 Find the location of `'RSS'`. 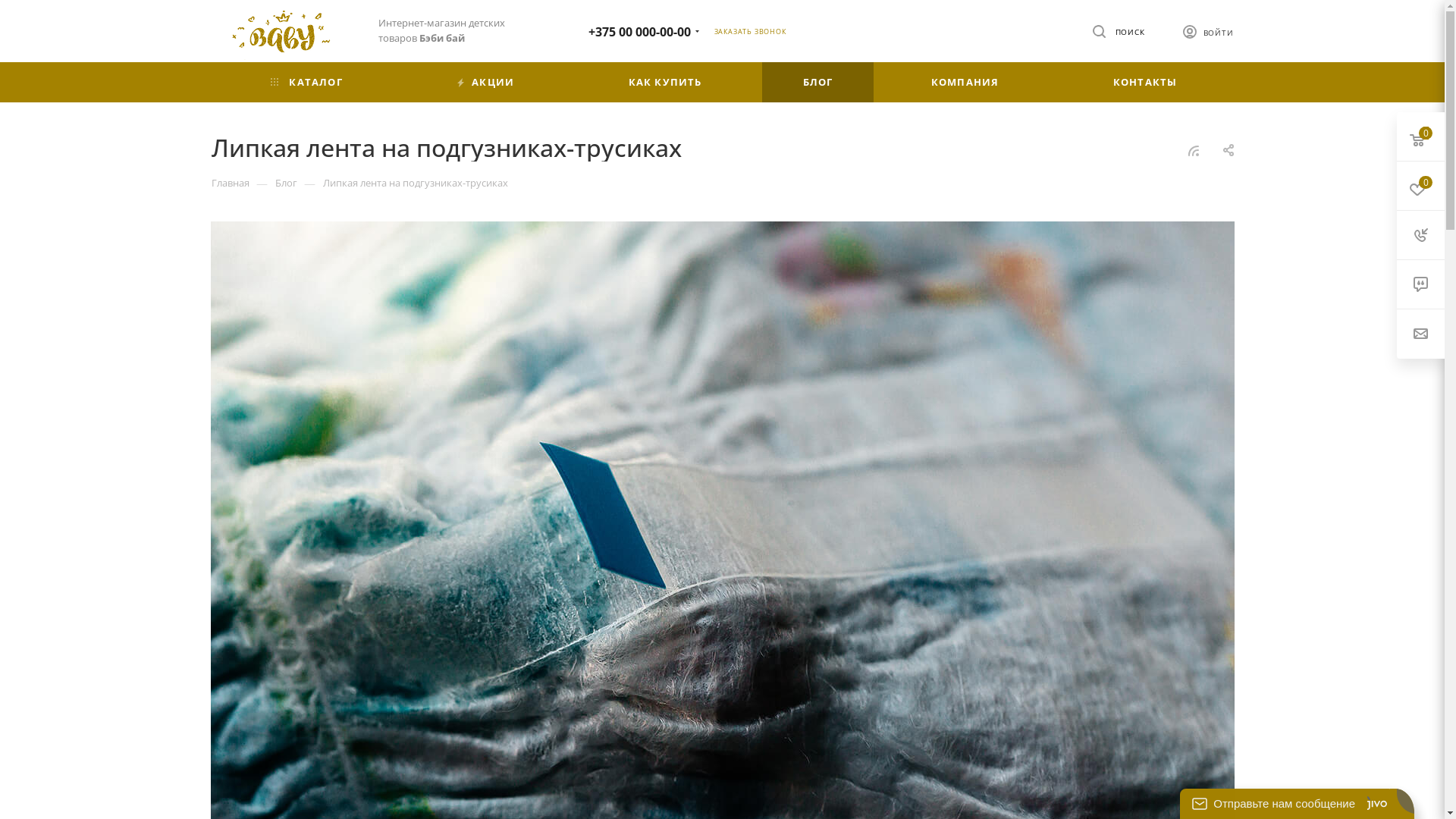

'RSS' is located at coordinates (1187, 149).